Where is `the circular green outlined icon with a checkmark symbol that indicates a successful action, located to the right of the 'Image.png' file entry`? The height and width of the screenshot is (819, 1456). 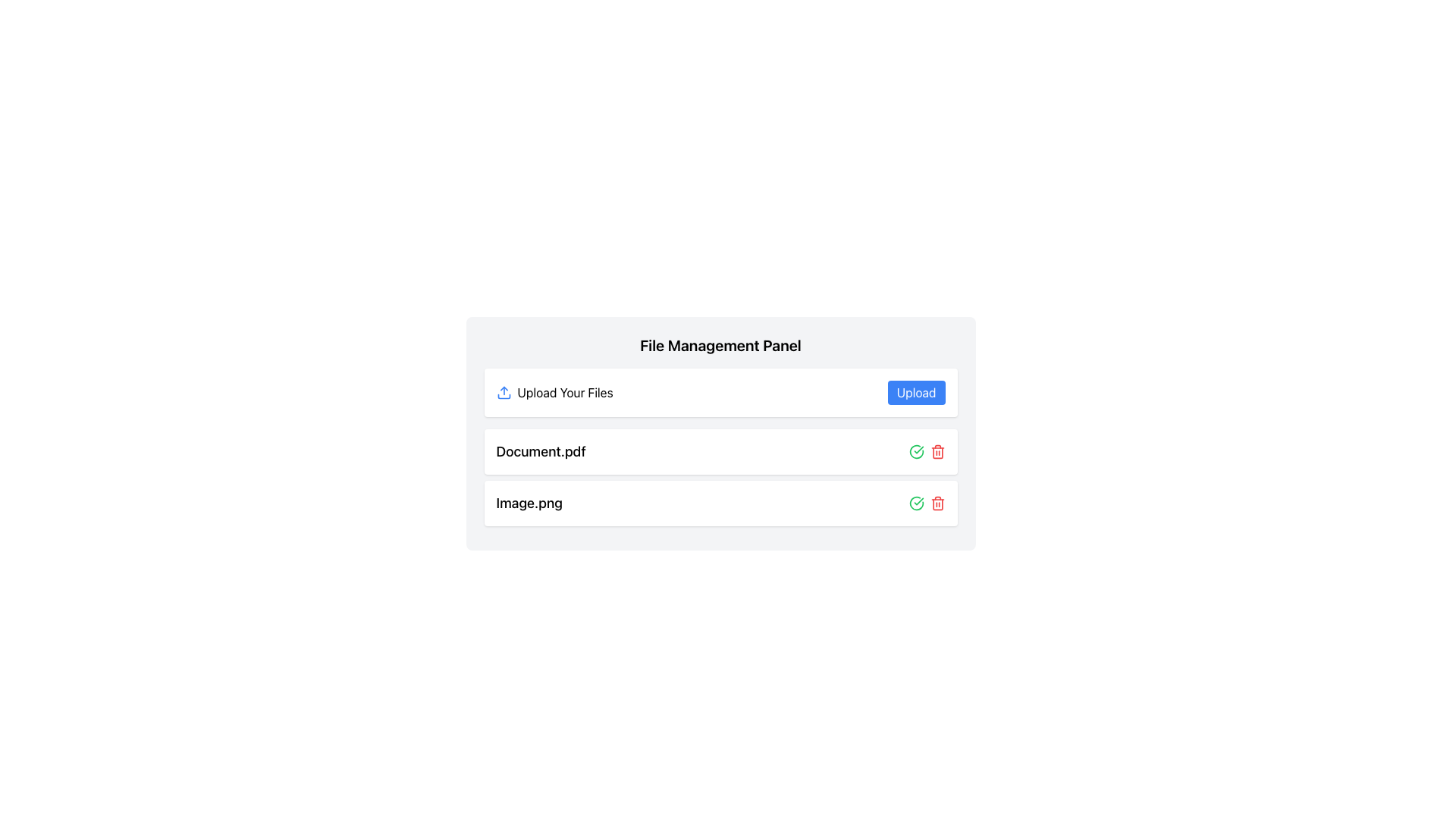 the circular green outlined icon with a checkmark symbol that indicates a successful action, located to the right of the 'Image.png' file entry is located at coordinates (915, 451).